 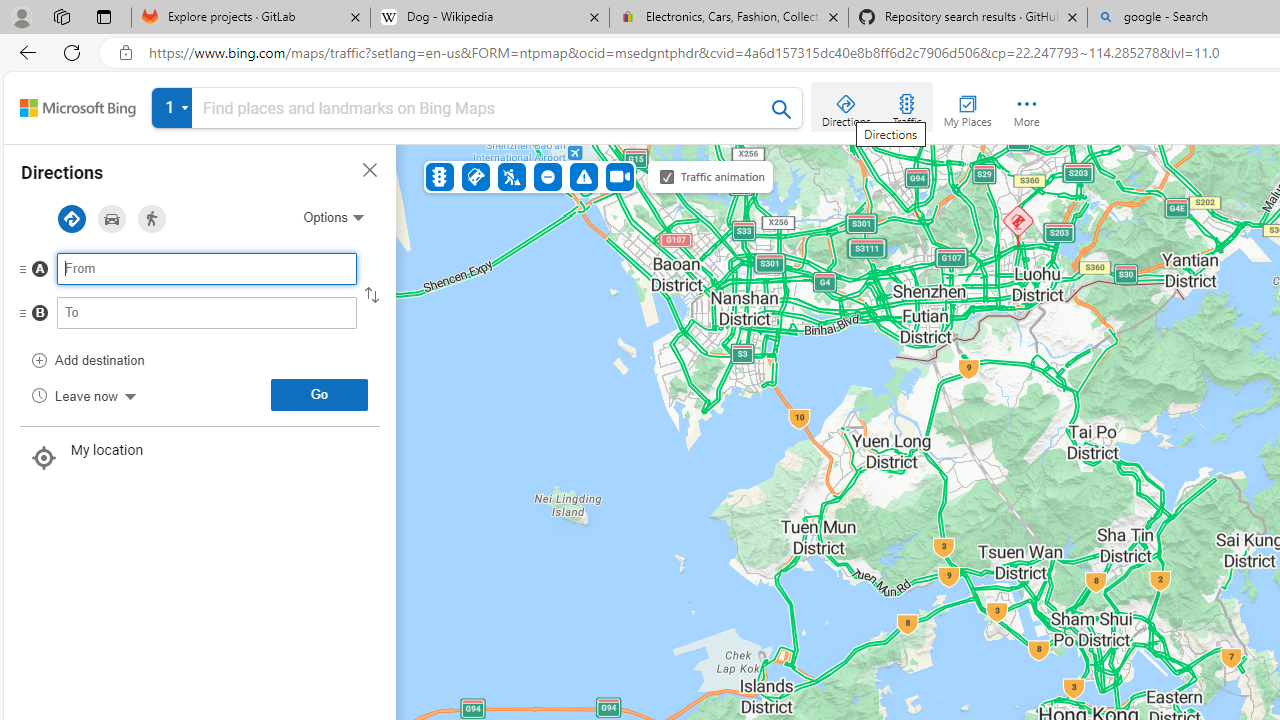 What do you see at coordinates (728, 17) in the screenshot?
I see `'Electronics, Cars, Fashion, Collectibles & More | eBay'` at bounding box center [728, 17].